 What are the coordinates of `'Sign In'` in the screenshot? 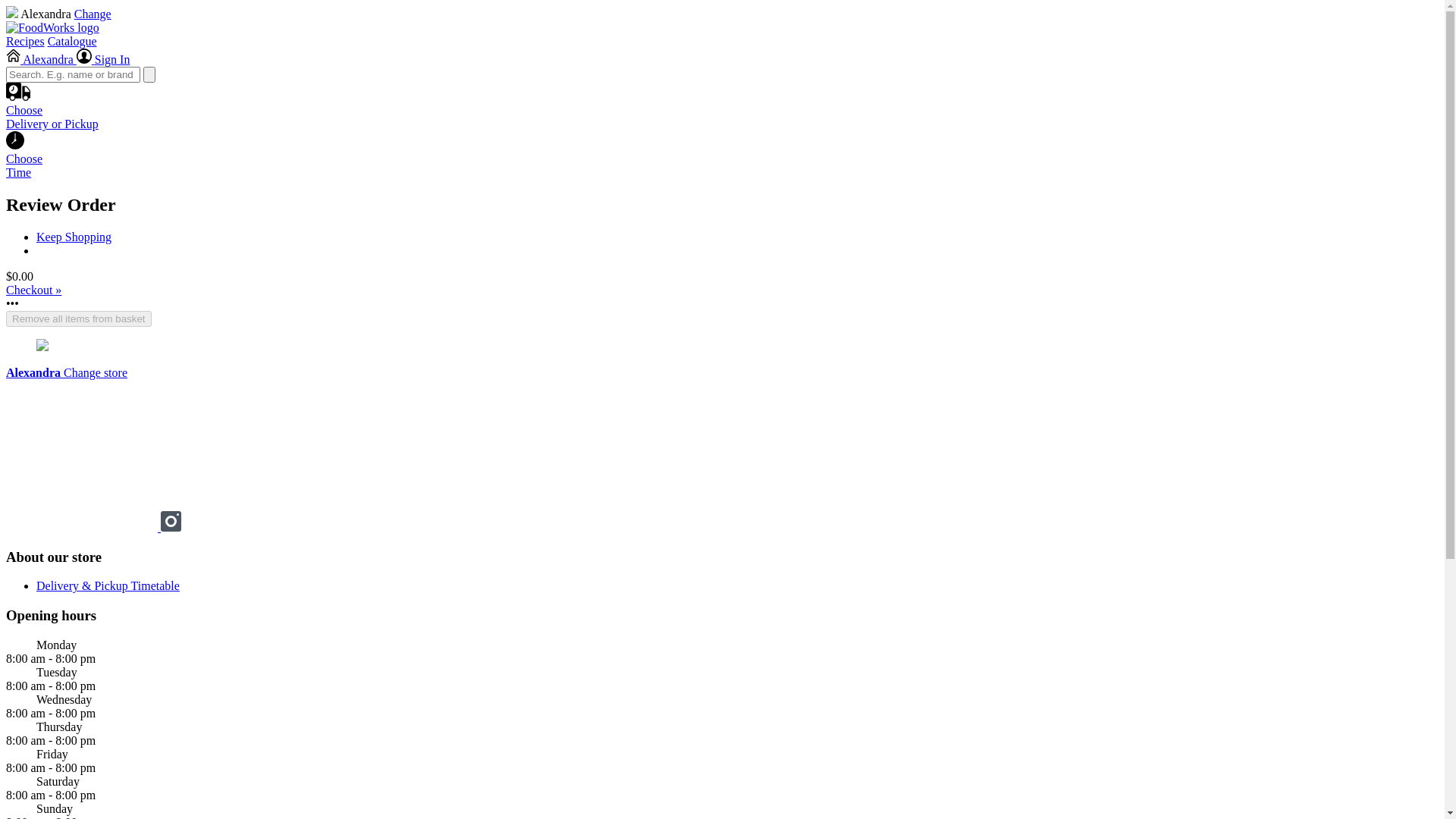 It's located at (75, 58).